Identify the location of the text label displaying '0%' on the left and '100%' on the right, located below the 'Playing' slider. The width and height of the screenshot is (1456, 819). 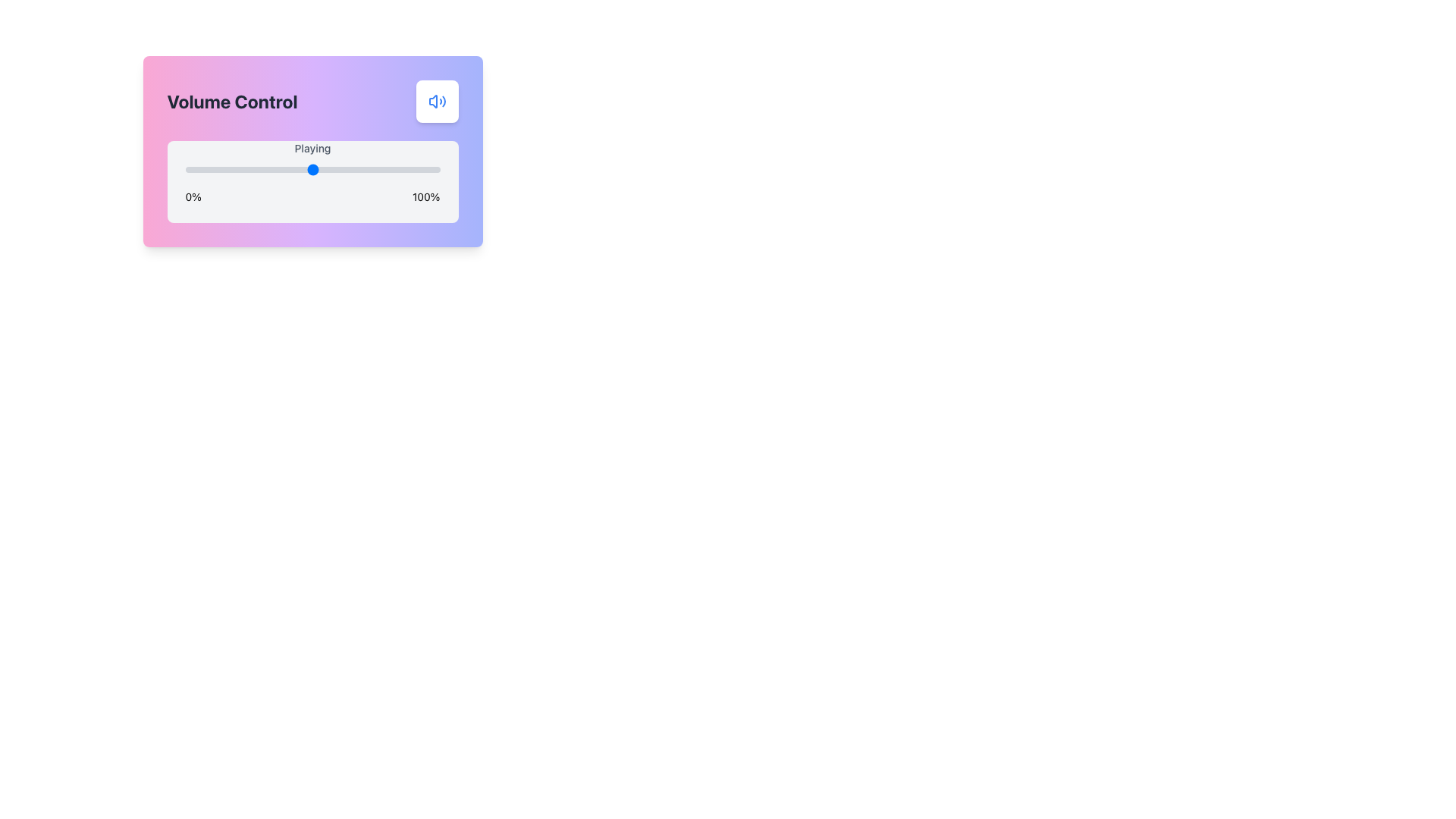
(312, 196).